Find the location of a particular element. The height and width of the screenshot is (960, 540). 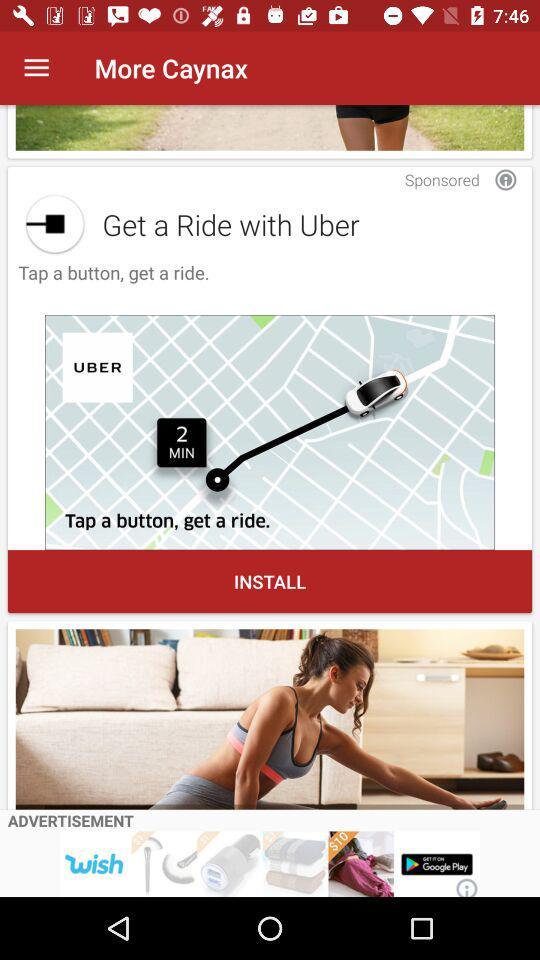

this ab workout or exercise is located at coordinates (270, 719).